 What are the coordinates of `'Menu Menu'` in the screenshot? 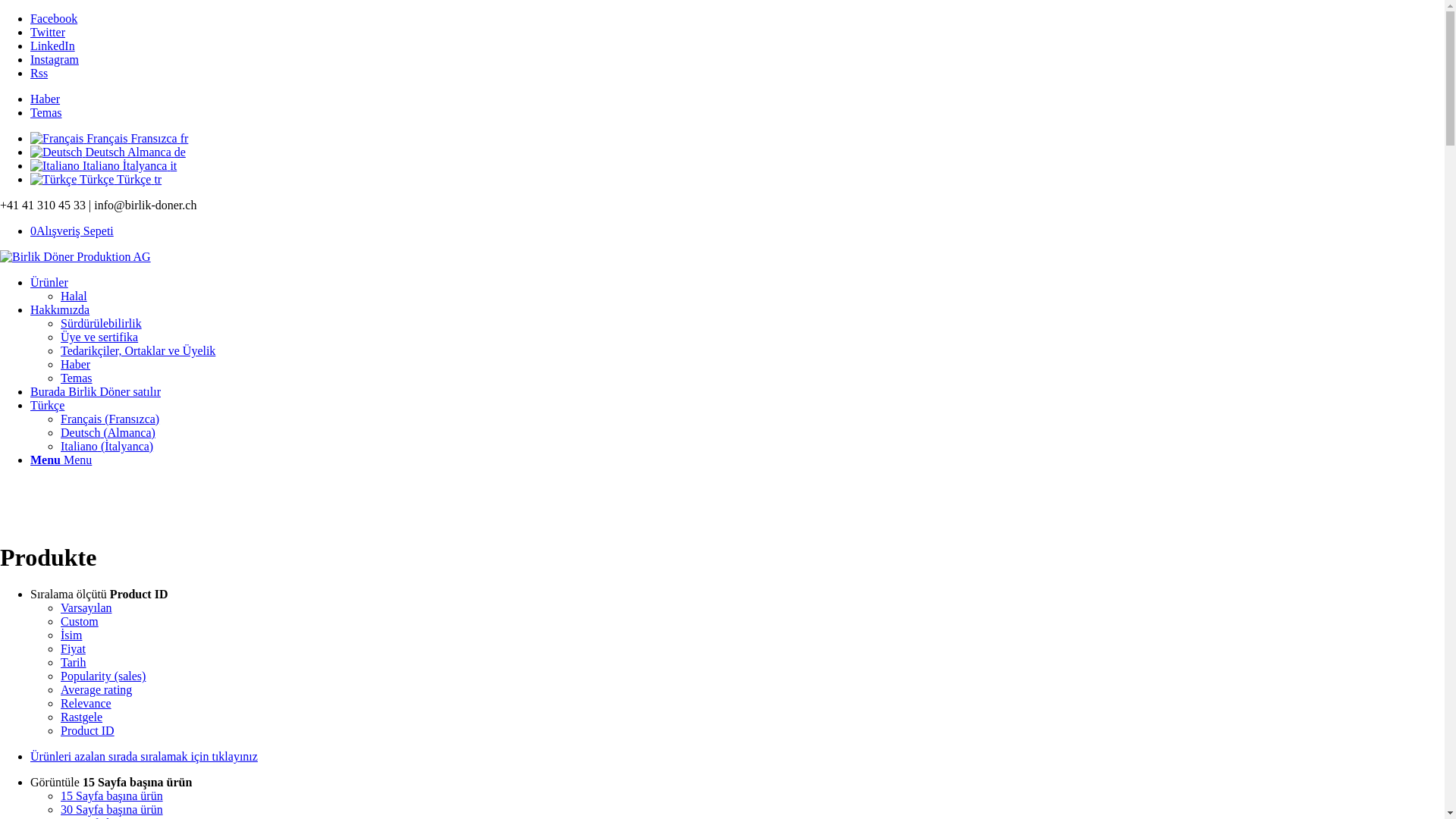 It's located at (61, 459).